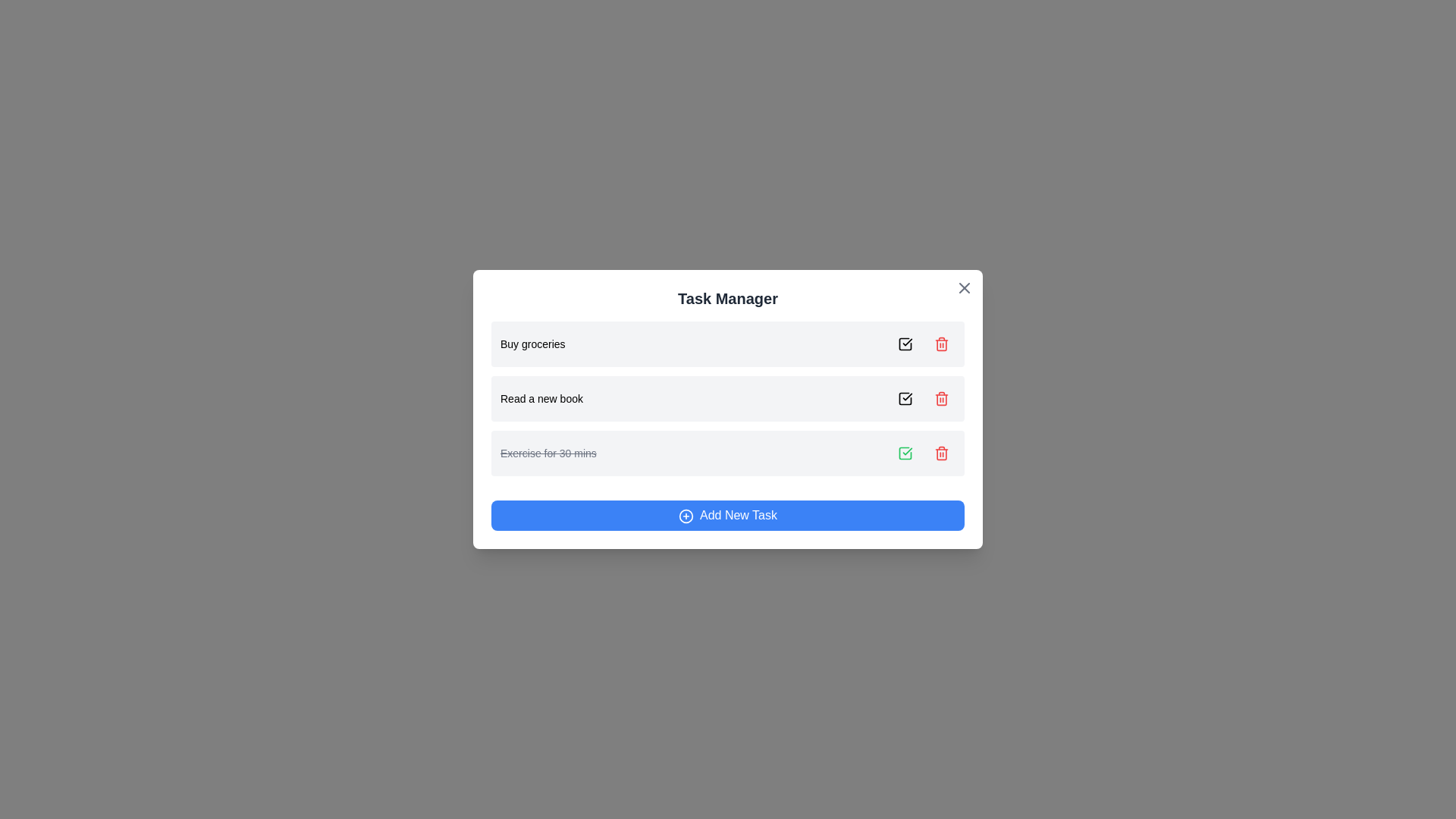 This screenshot has width=1456, height=819. I want to click on the button located to the right of the 'Exercise for 30 mins' task item to mark the task as complete, so click(905, 452).